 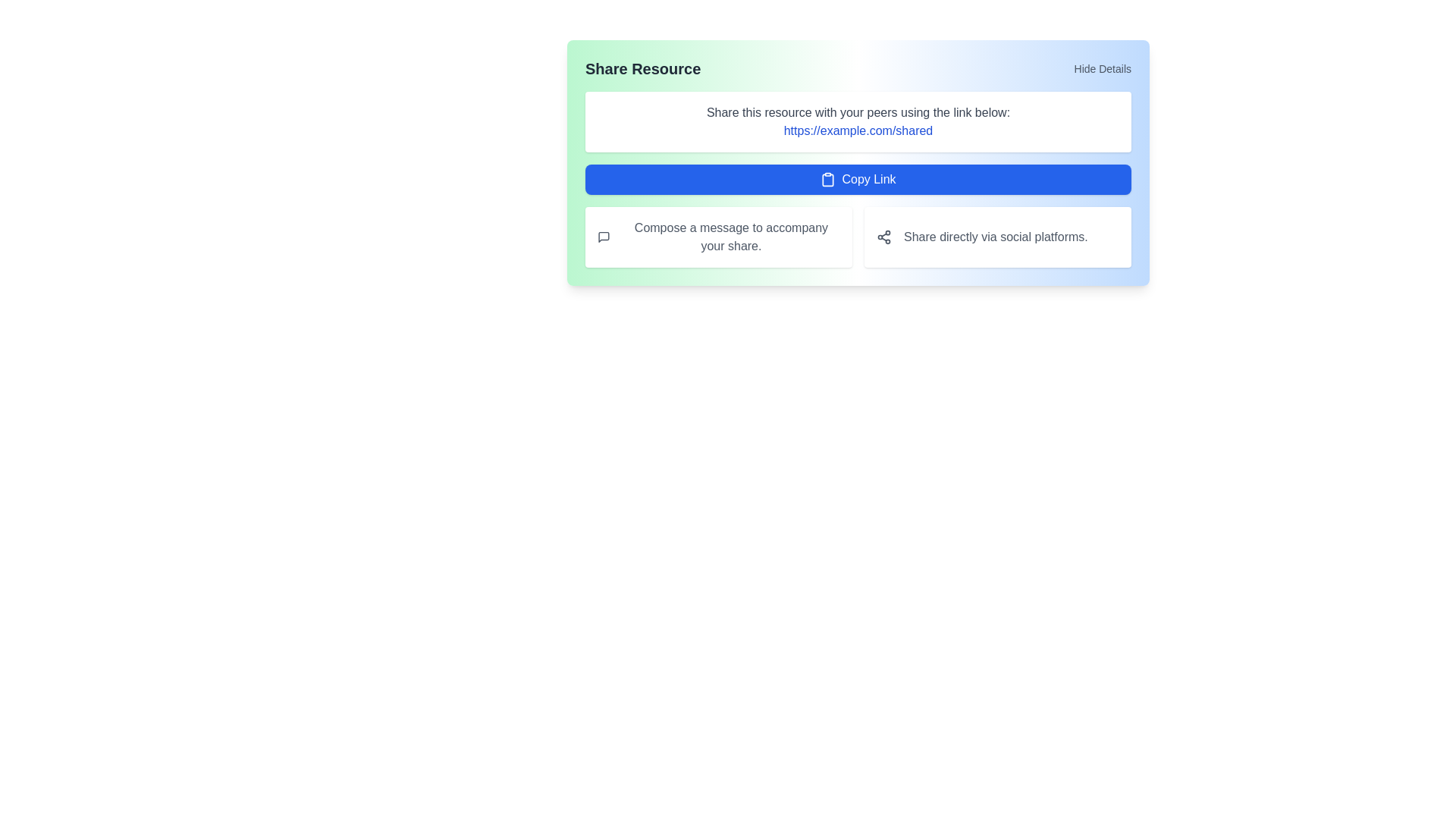 I want to click on the blue 'Copy Link' button with white text and clipboard icon, so click(x=858, y=178).